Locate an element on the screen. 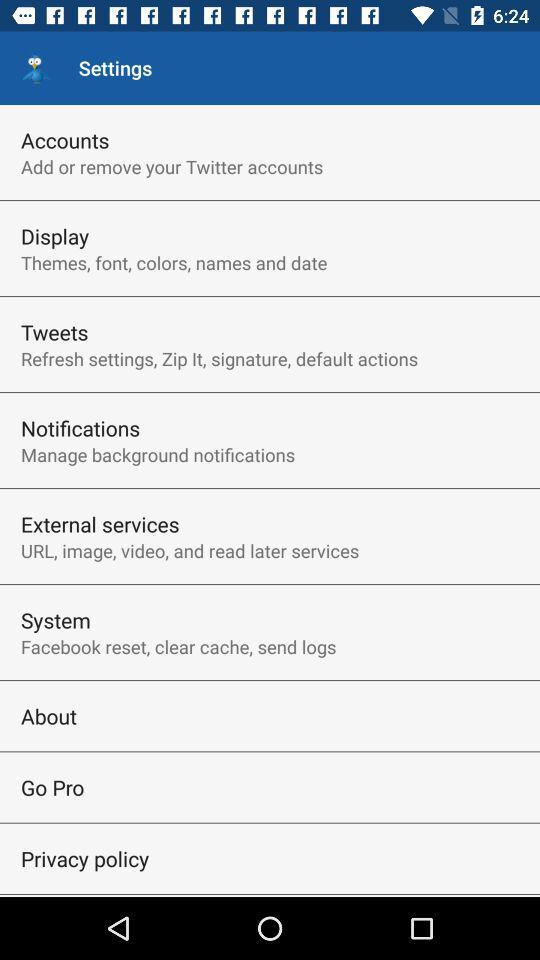  item below the manage background notifications item is located at coordinates (99, 523).